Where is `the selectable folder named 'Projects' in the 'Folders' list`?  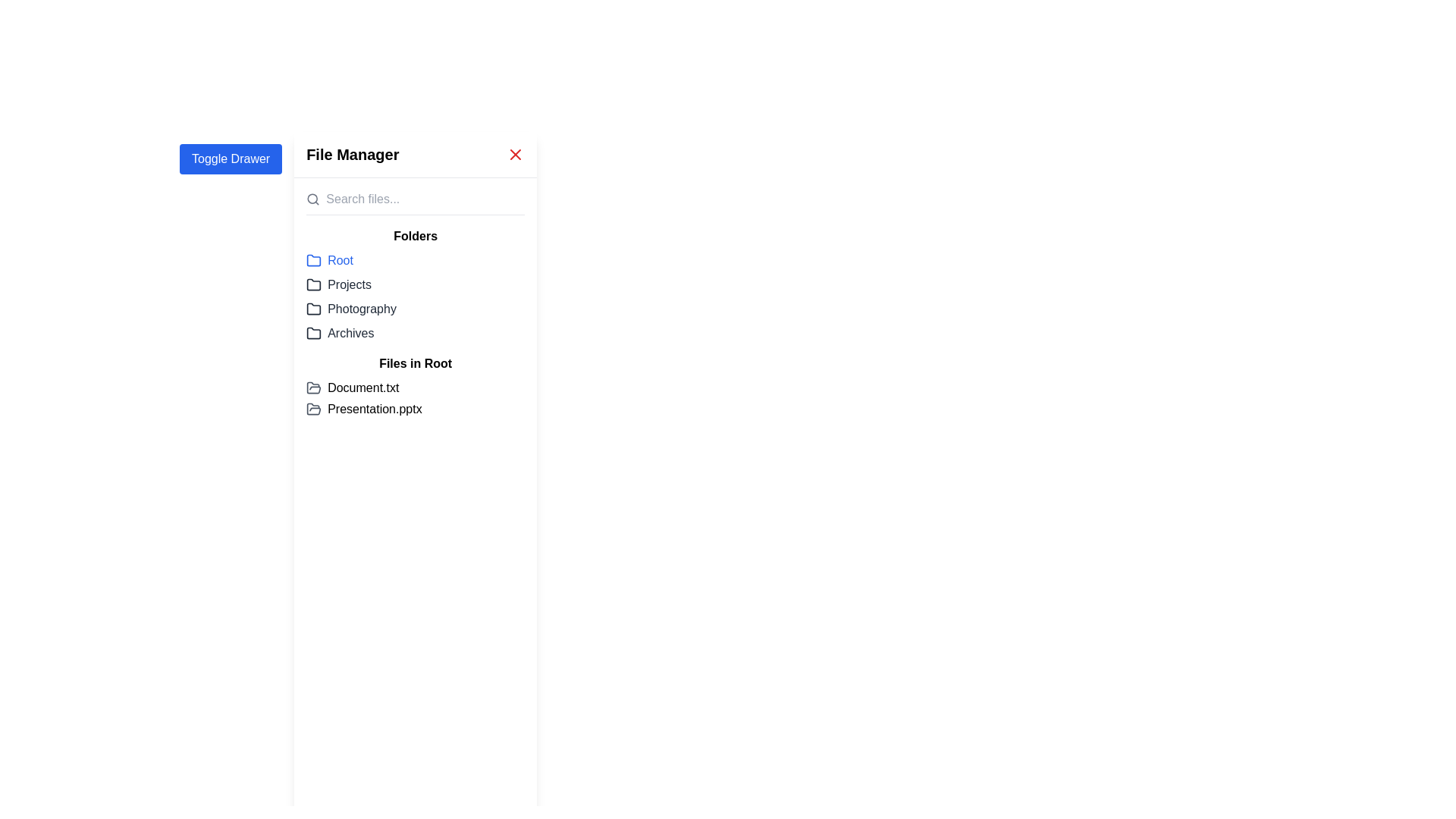
the selectable folder named 'Projects' in the 'Folders' list is located at coordinates (416, 284).